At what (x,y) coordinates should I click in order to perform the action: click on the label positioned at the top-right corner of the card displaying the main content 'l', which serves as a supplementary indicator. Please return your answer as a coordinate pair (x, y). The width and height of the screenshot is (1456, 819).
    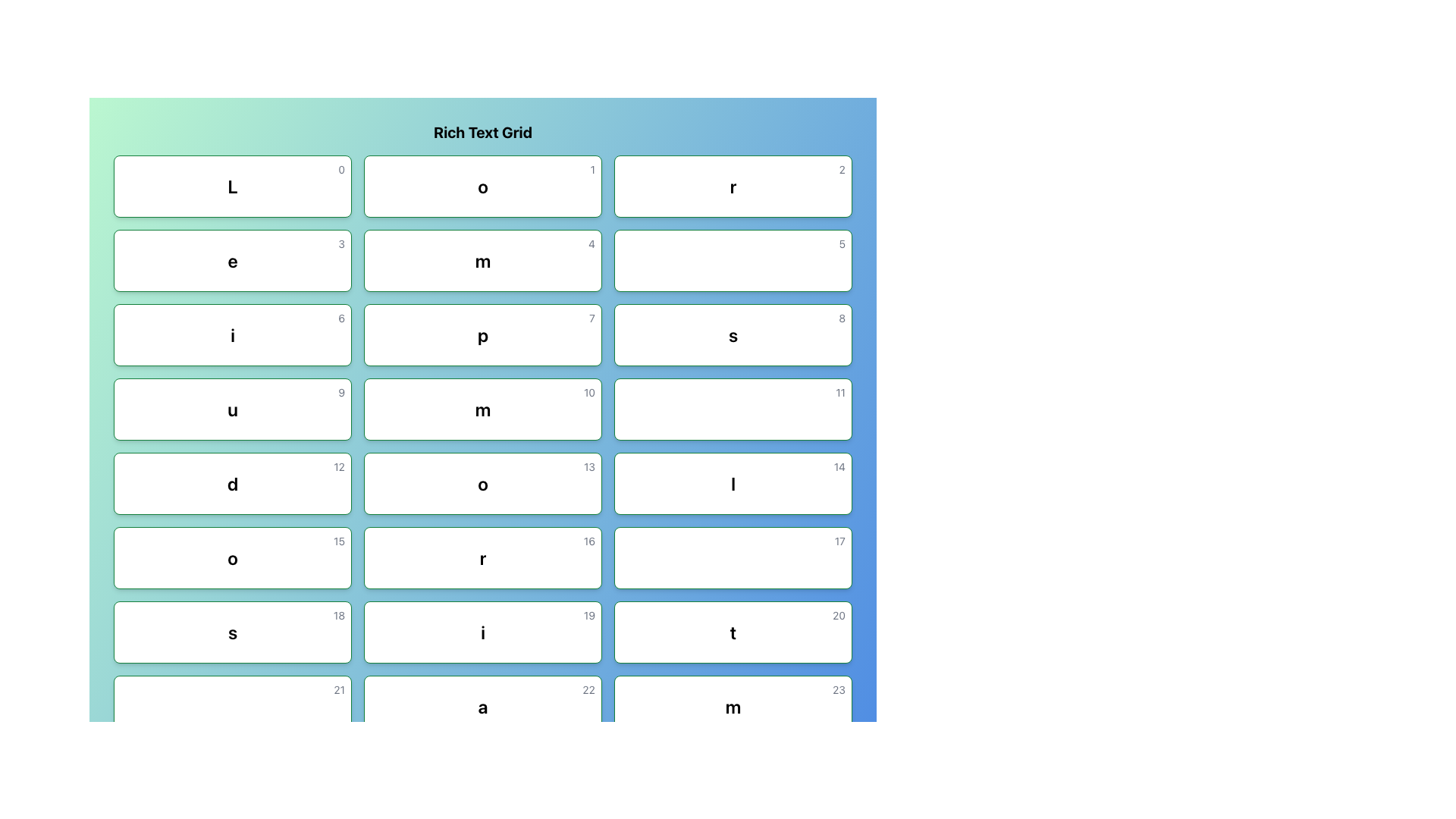
    Looking at the image, I should click on (839, 466).